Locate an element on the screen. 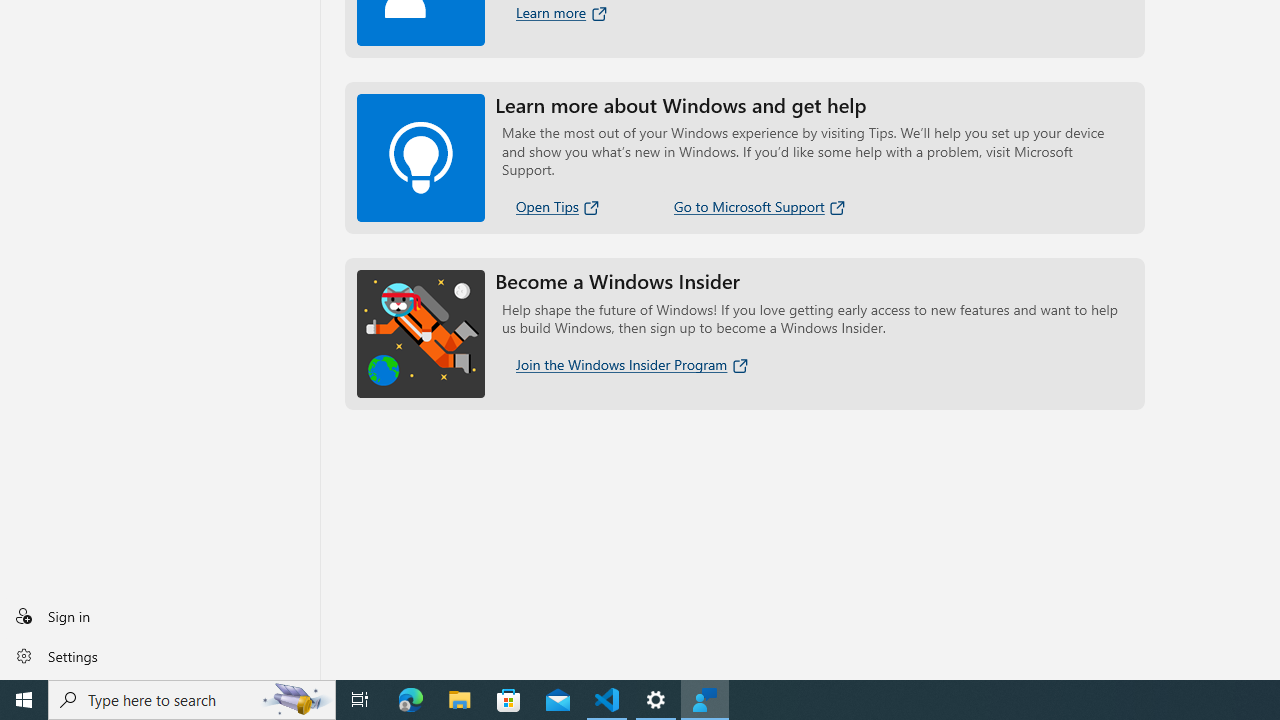 This screenshot has width=1280, height=720. 'Microsoft Store' is located at coordinates (509, 698).